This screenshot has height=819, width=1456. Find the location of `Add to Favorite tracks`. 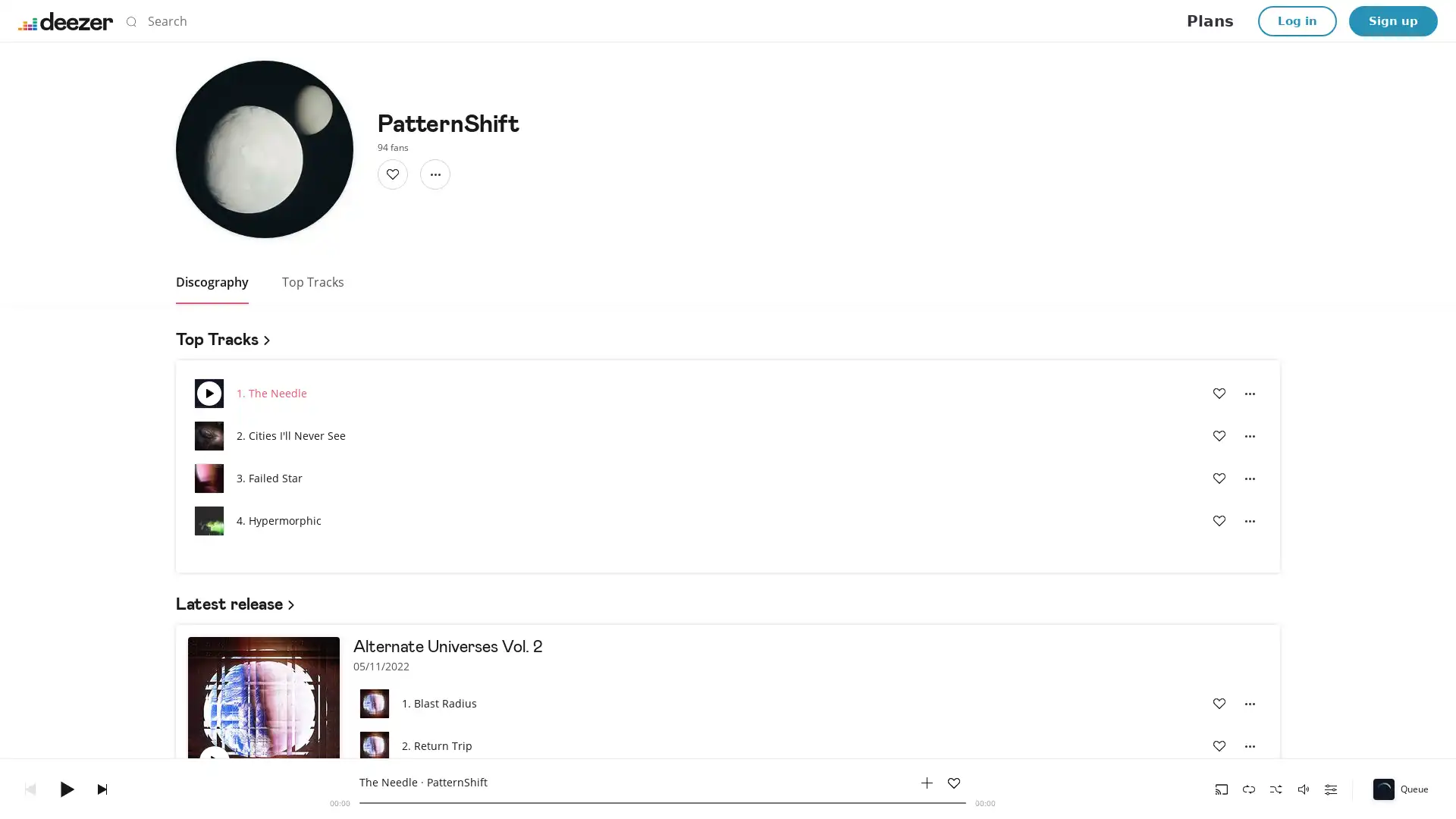

Add to Favorite tracks is located at coordinates (254, 761).